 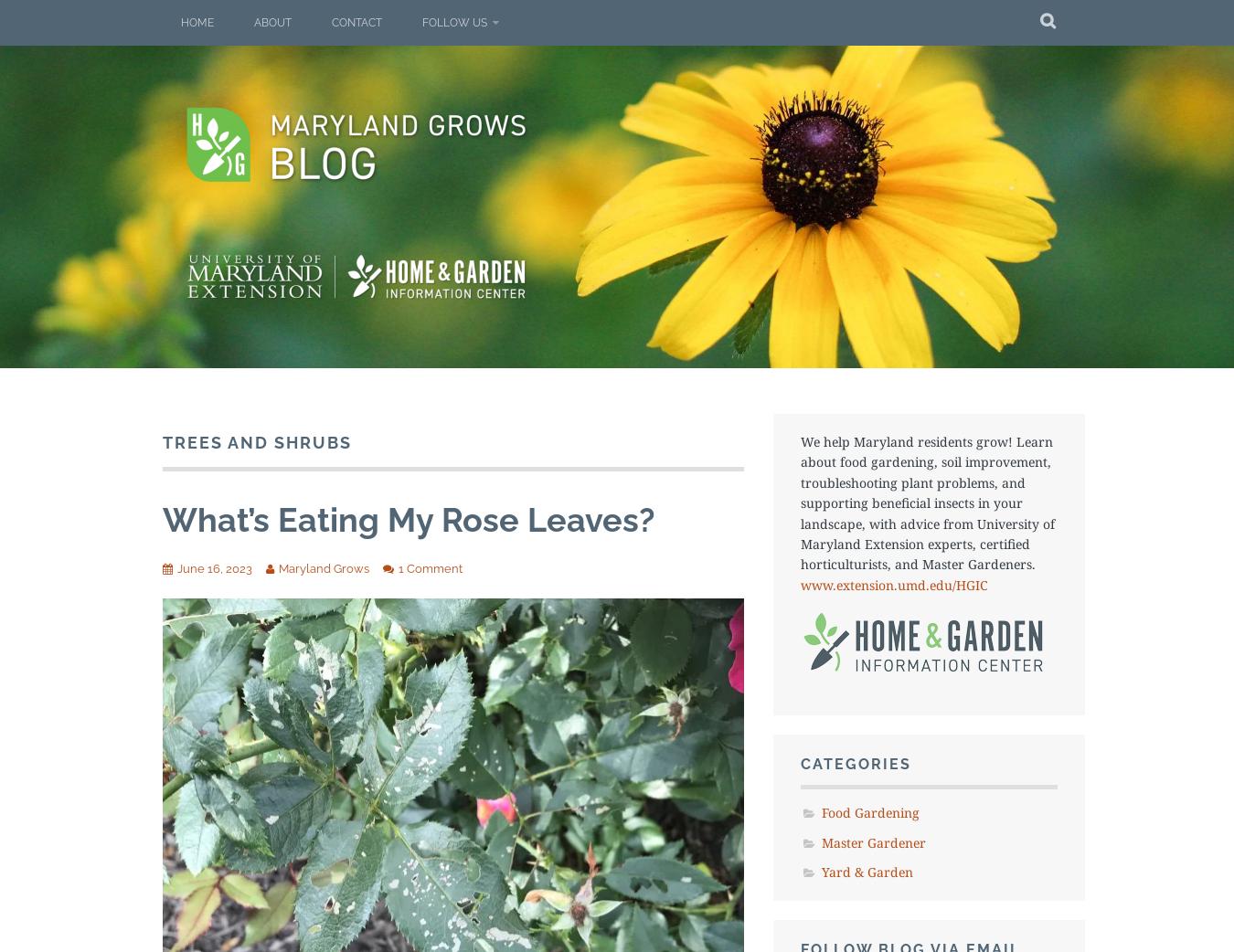 What do you see at coordinates (256, 442) in the screenshot?
I see `'trees and shrubs'` at bounding box center [256, 442].